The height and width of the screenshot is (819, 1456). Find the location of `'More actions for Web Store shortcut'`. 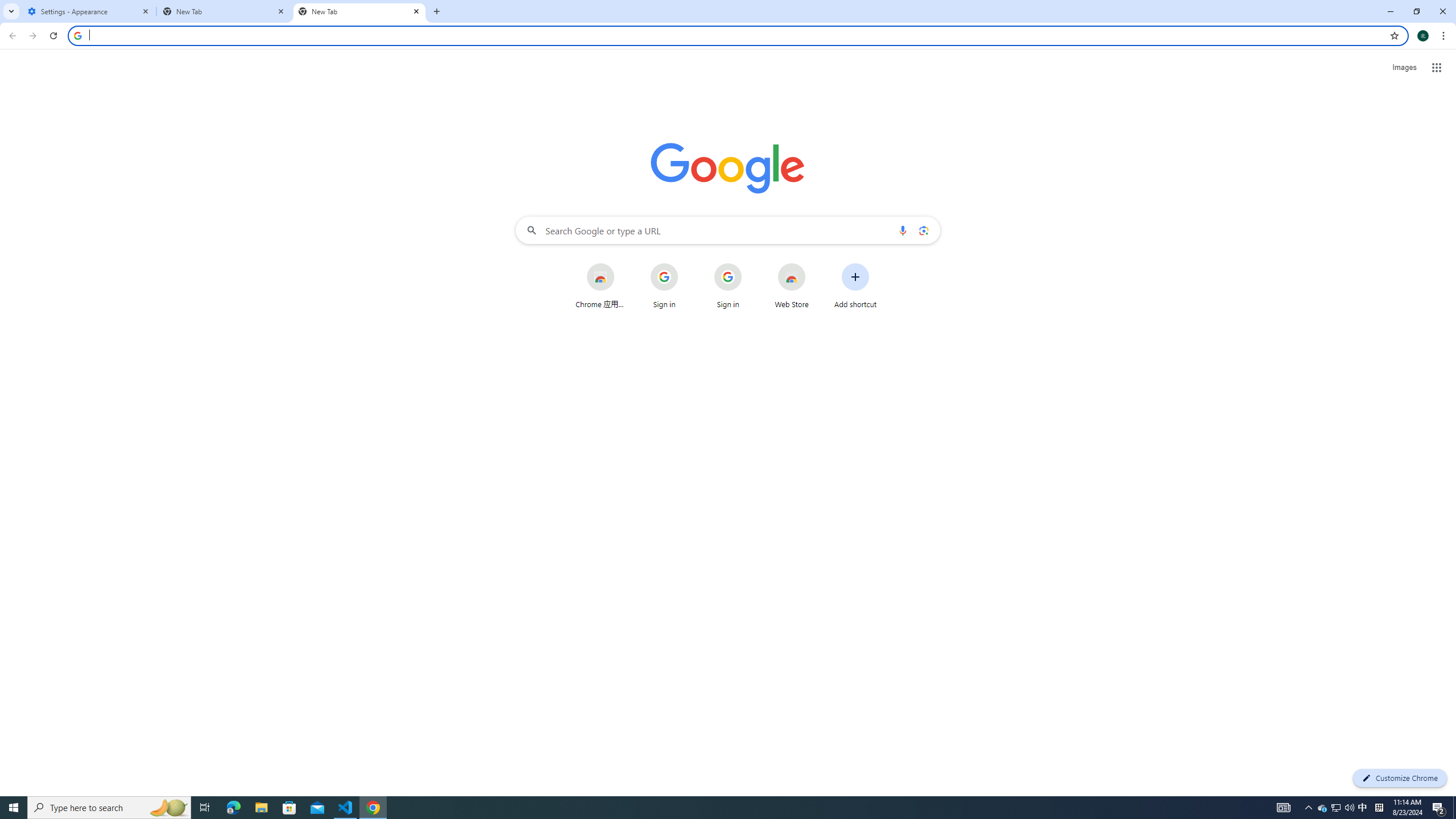

'More actions for Web Store shortcut' is located at coordinates (814, 264).